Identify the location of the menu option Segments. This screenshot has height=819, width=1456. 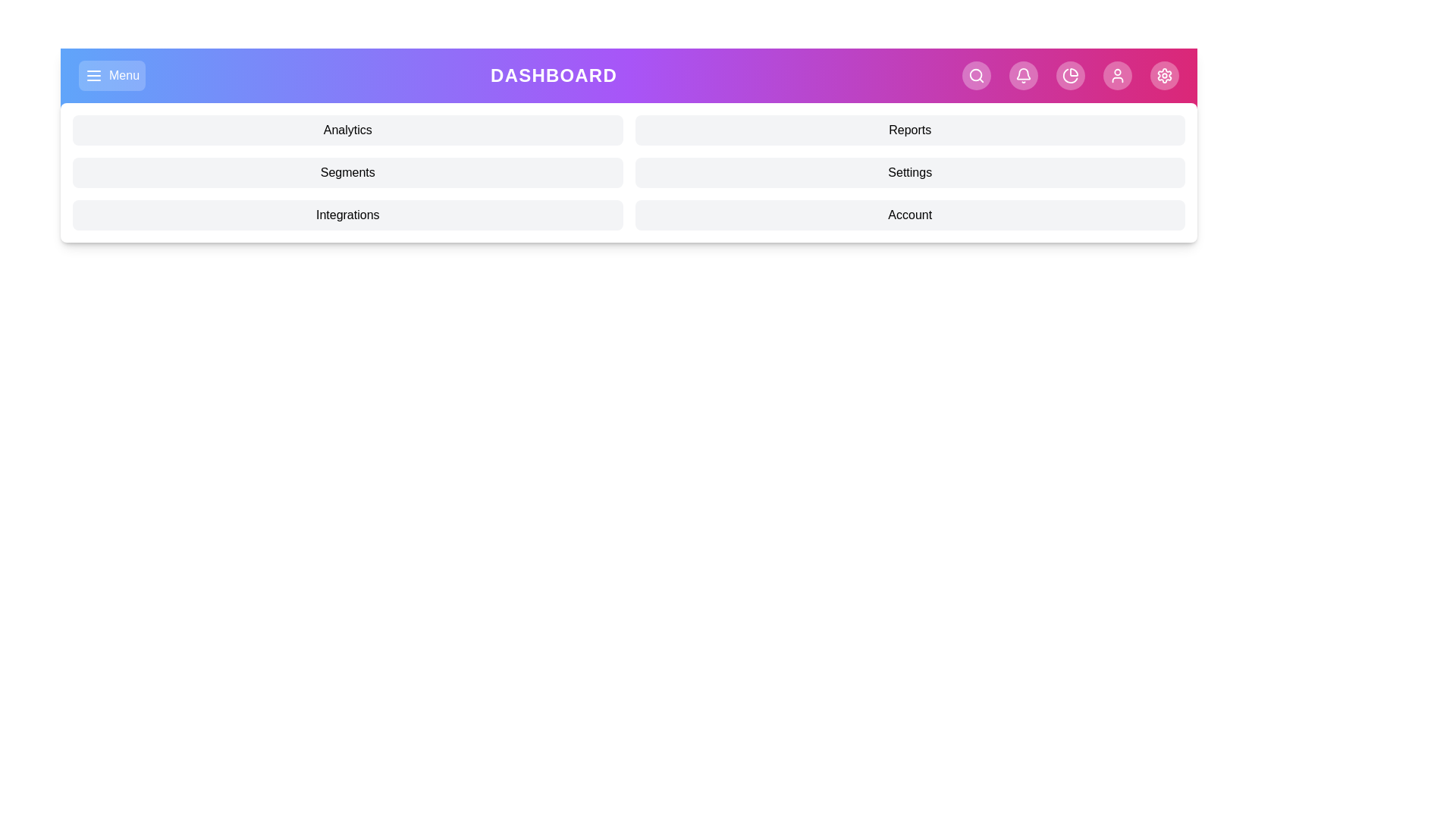
(347, 171).